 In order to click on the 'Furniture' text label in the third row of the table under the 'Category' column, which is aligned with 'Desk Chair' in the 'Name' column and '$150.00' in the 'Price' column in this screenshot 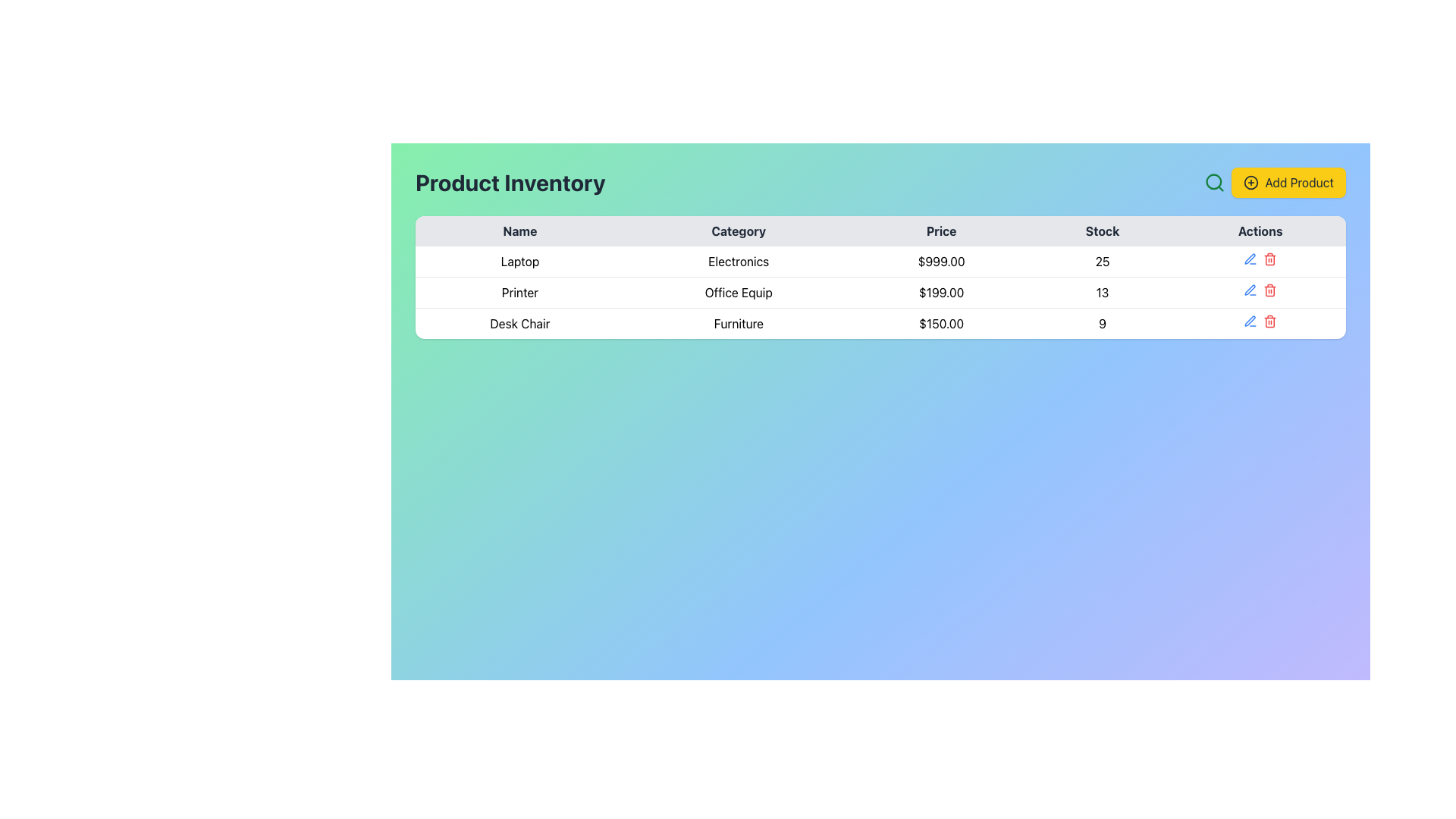, I will do `click(739, 322)`.